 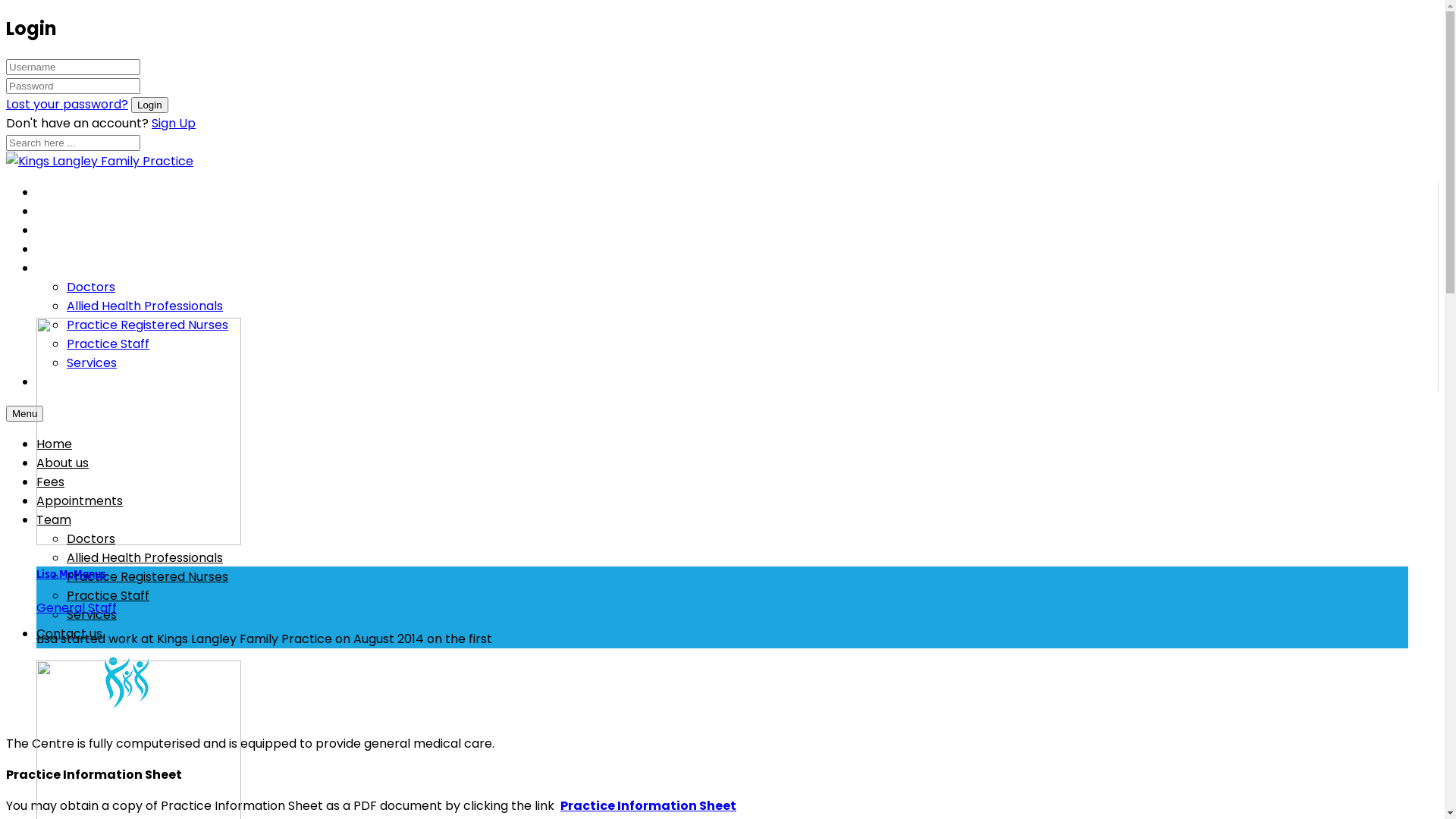 I want to click on 'Kings Langley Family Practice', so click(x=99, y=161).